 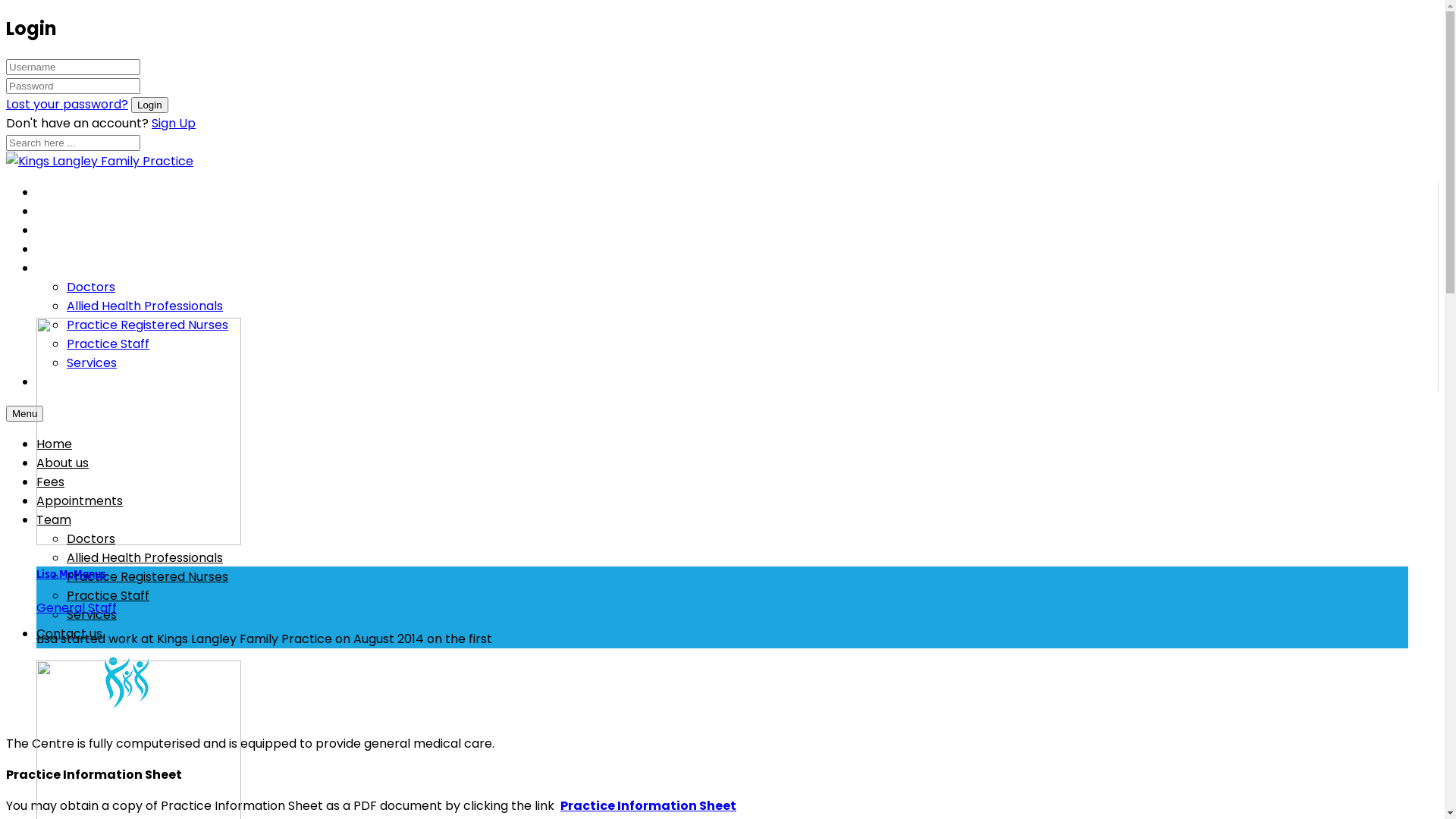 I want to click on 'Kings Langley Family Practice', so click(x=99, y=161).